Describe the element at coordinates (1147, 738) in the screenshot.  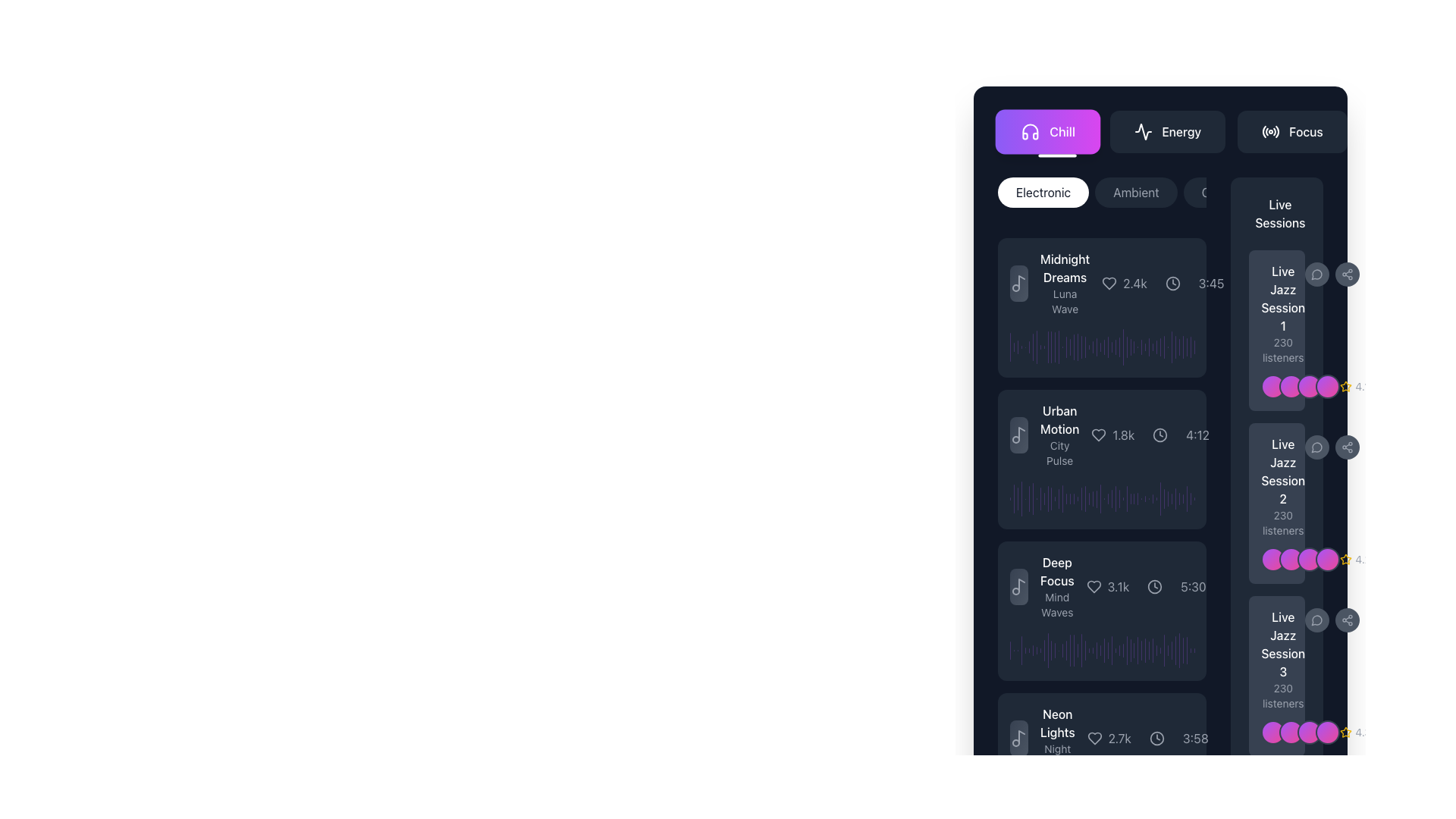
I see `the numeric label '2.7k' in the informational bar of the entry titled 'Neon Lights'` at that location.